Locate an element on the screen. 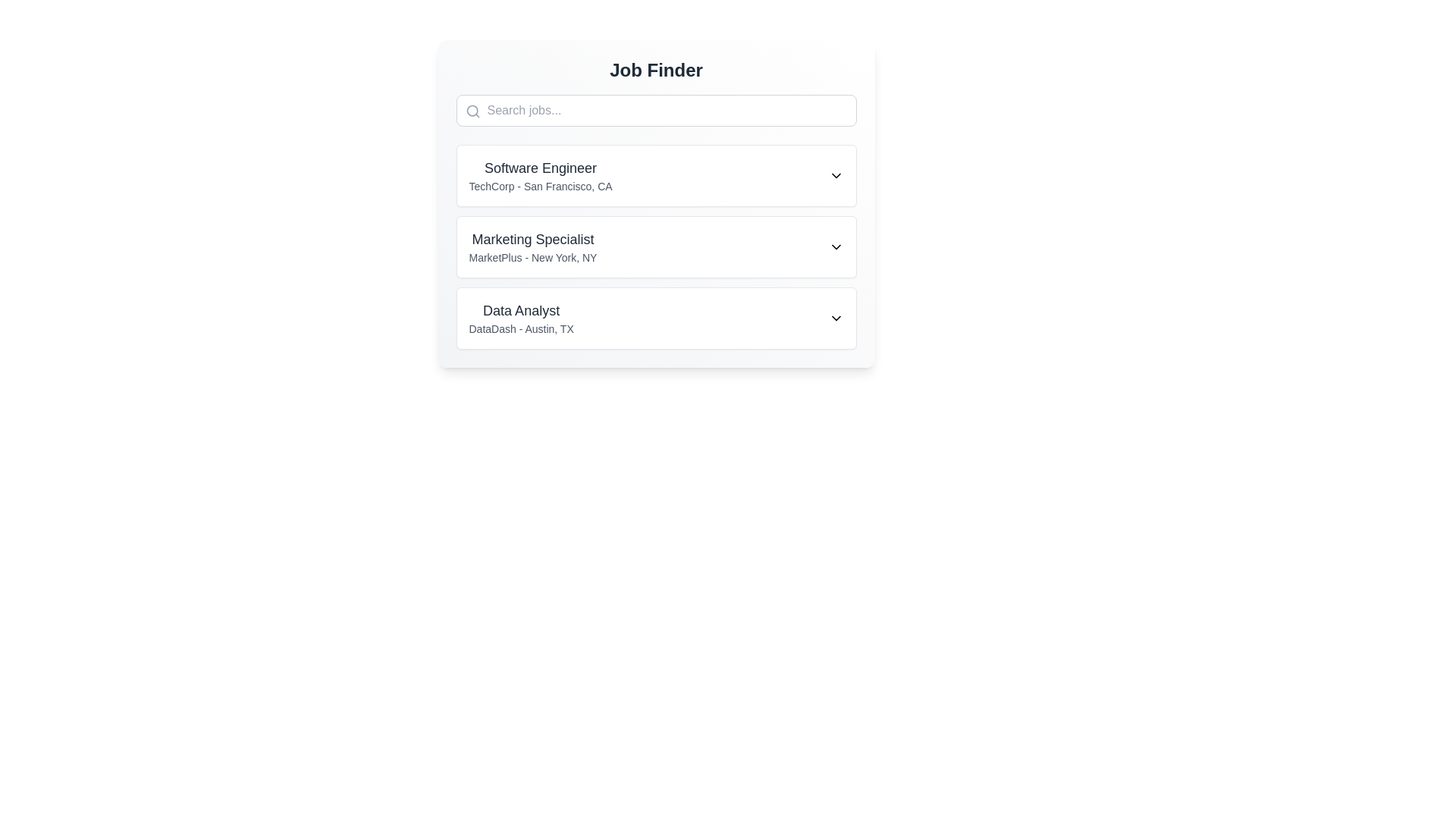 This screenshot has height=819, width=1456. the text block displaying 'Software Engineer' and 'TechCorp - San Francisco, CA', which is located at the top of job listings is located at coordinates (541, 174).